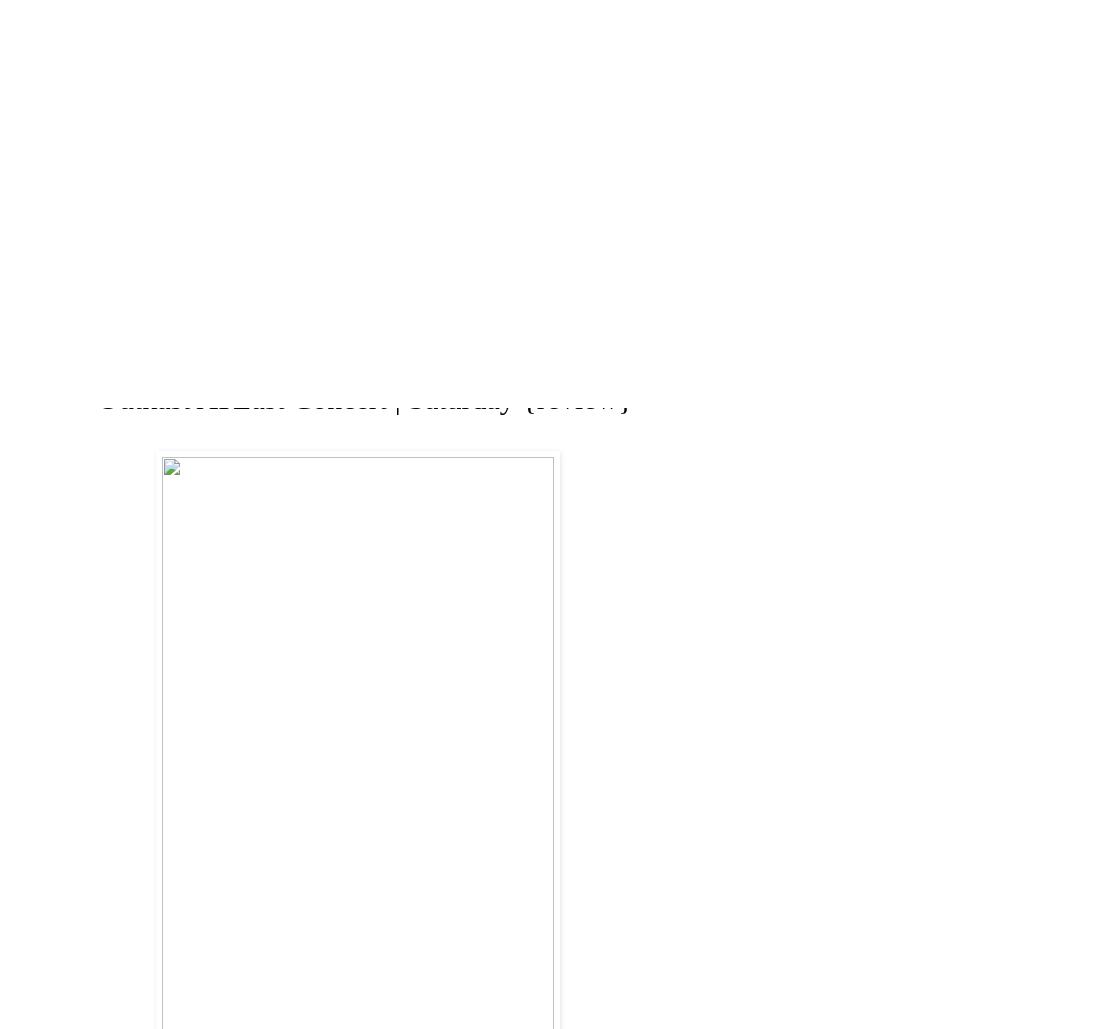 This screenshot has height=1029, width=1098. What do you see at coordinates (500, 240) in the screenshot?
I see `'Pages'` at bounding box center [500, 240].